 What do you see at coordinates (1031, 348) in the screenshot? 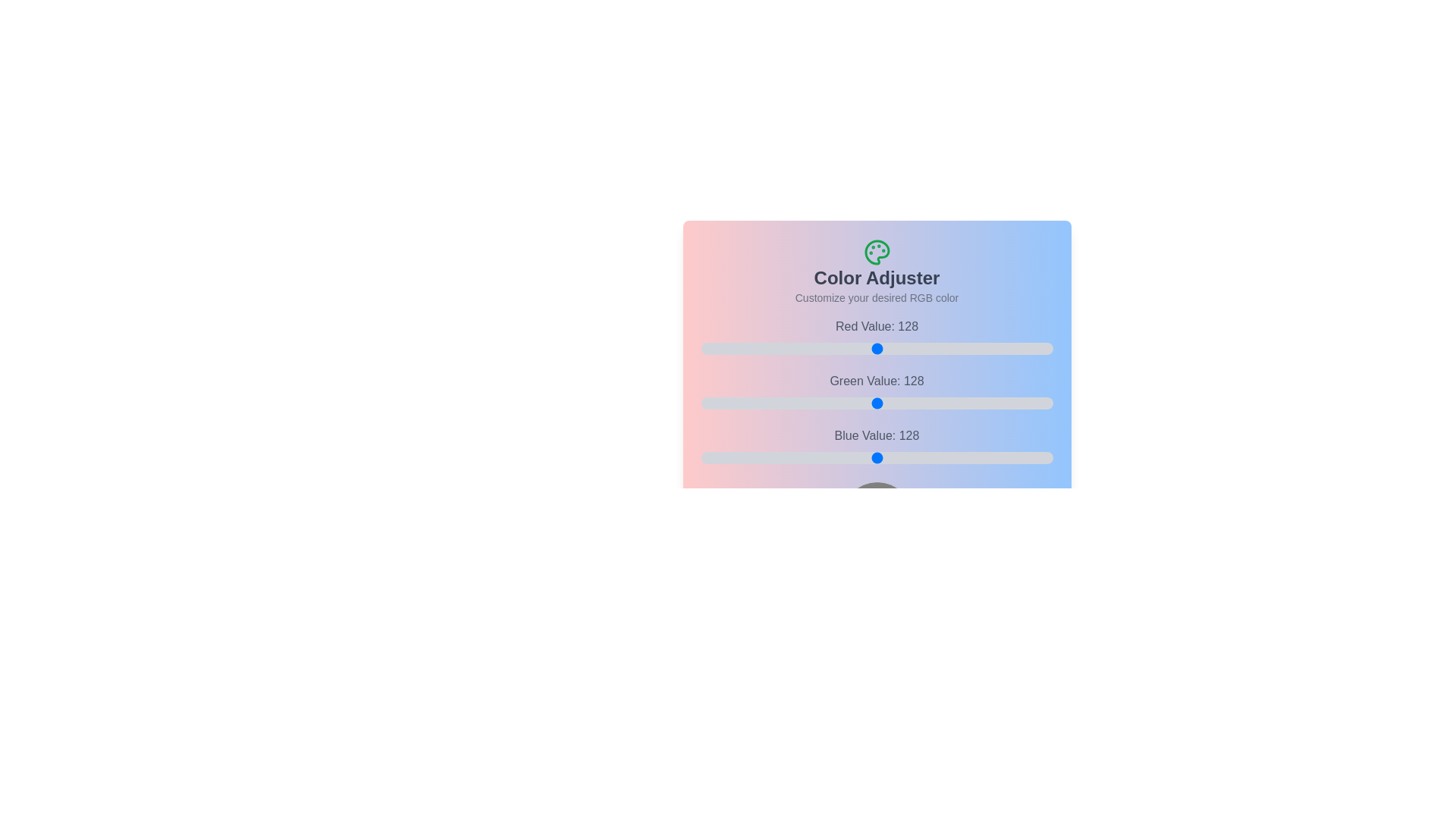
I see `the 0 slider to 224` at bounding box center [1031, 348].